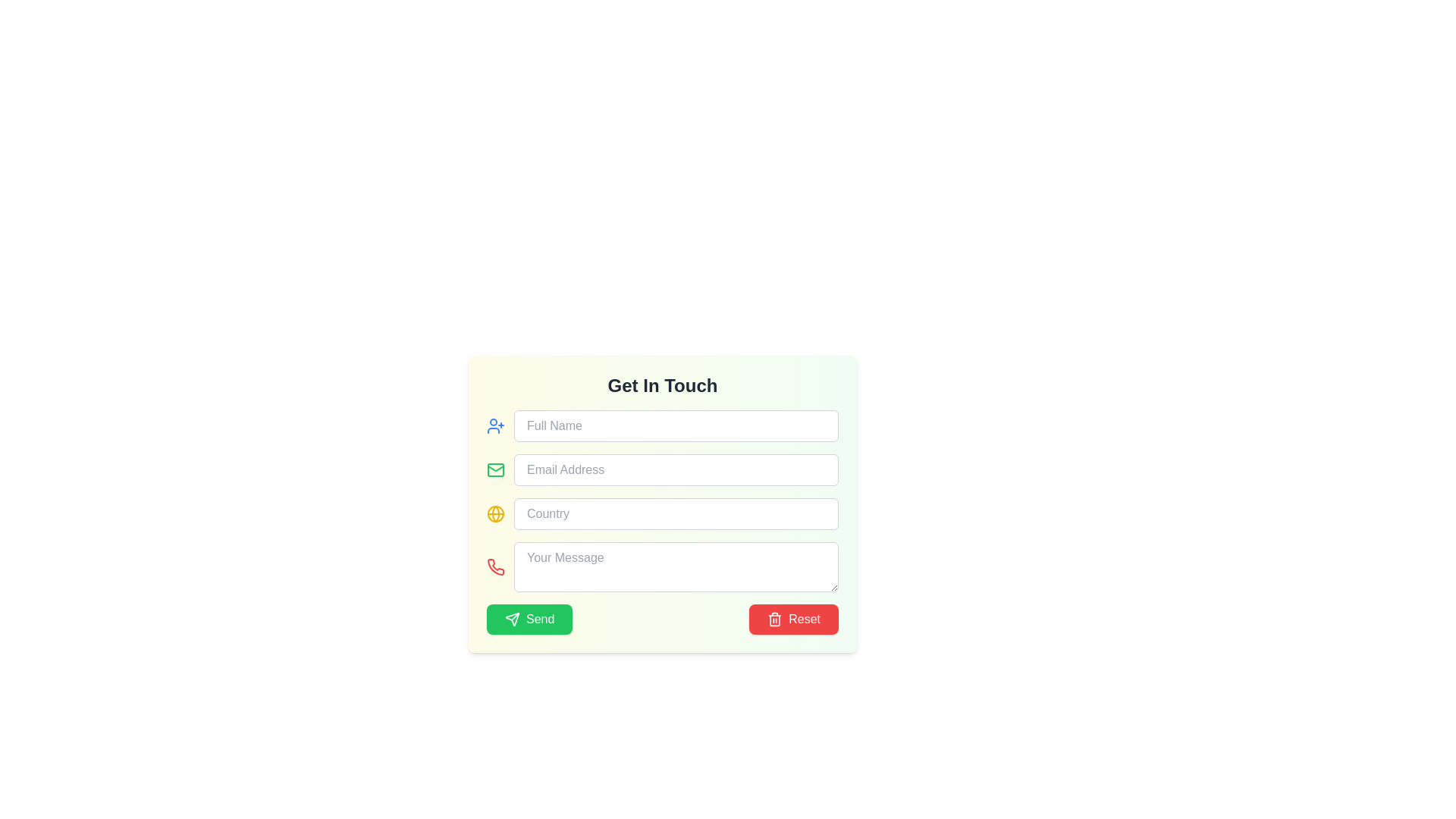  I want to click on the red 'Reset' button with a trash icon located at the bottom right of the form layout, so click(793, 620).